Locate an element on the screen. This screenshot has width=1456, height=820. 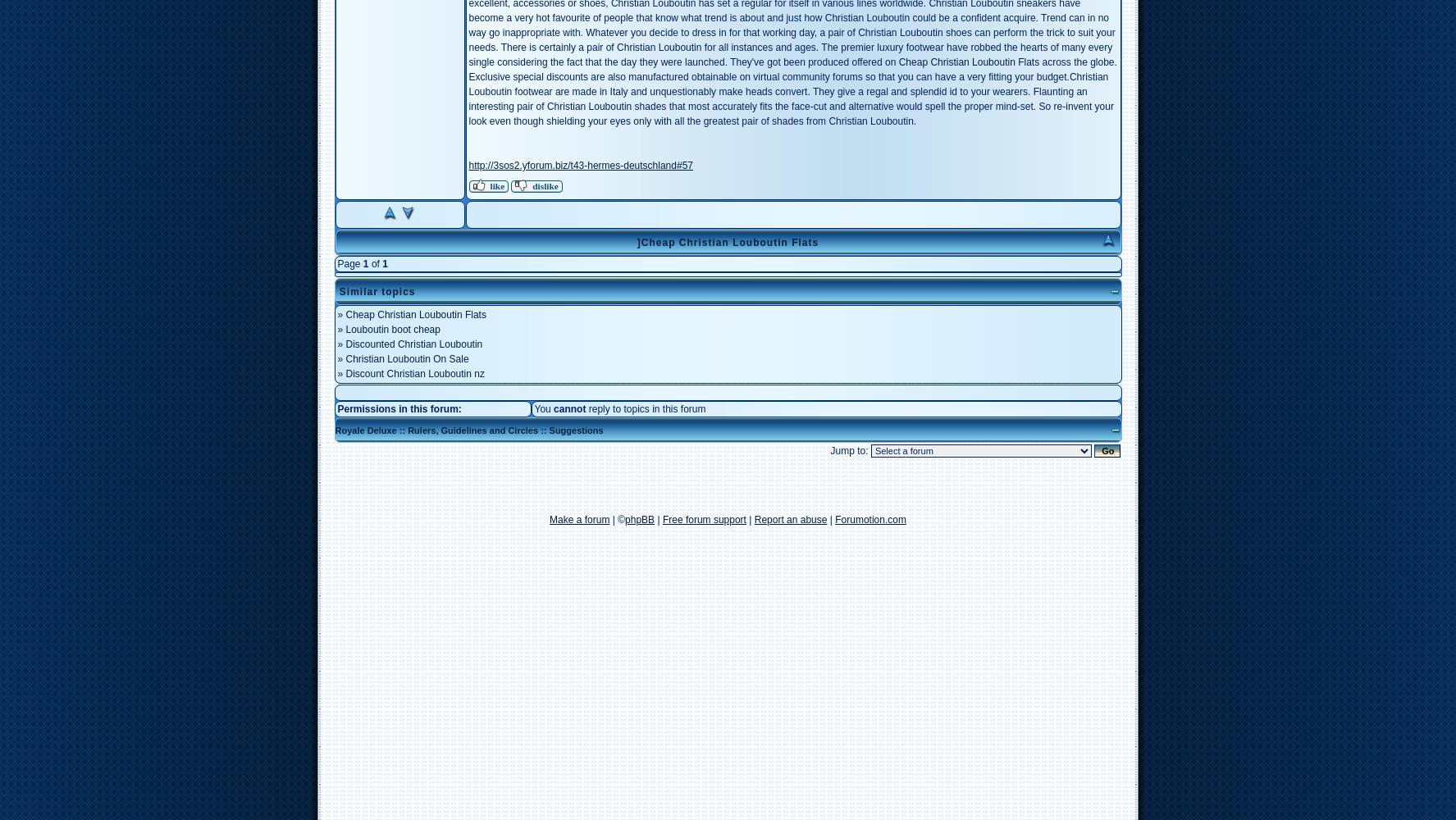
'Rulers, Guidelines and Circles' is located at coordinates (407, 430).